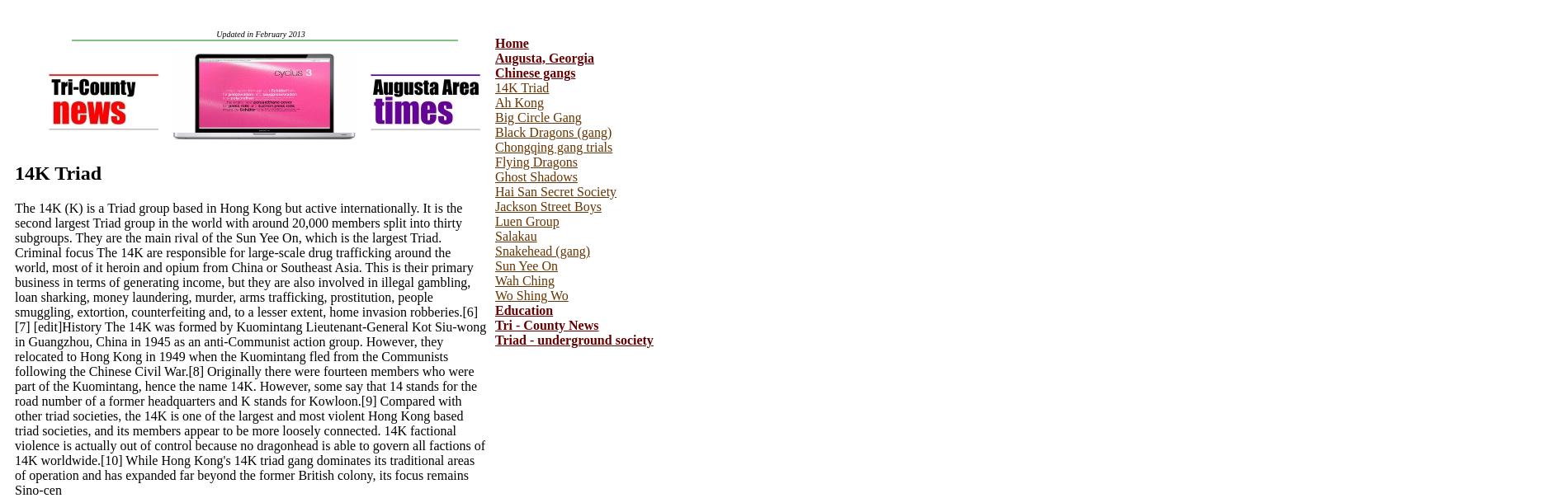  What do you see at coordinates (523, 310) in the screenshot?
I see `'Education'` at bounding box center [523, 310].